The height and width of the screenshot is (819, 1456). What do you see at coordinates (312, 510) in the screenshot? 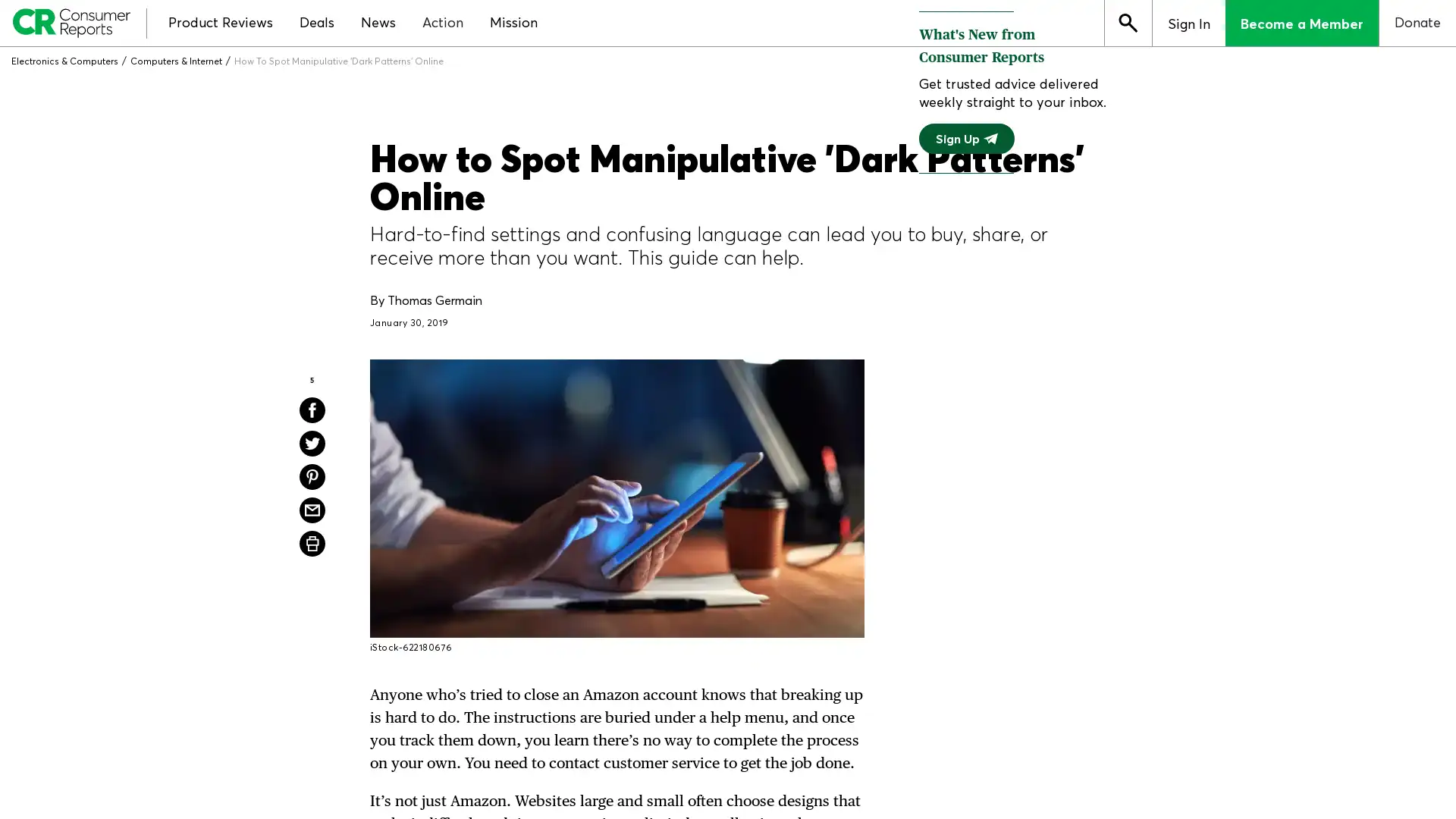
I see `email article` at bounding box center [312, 510].